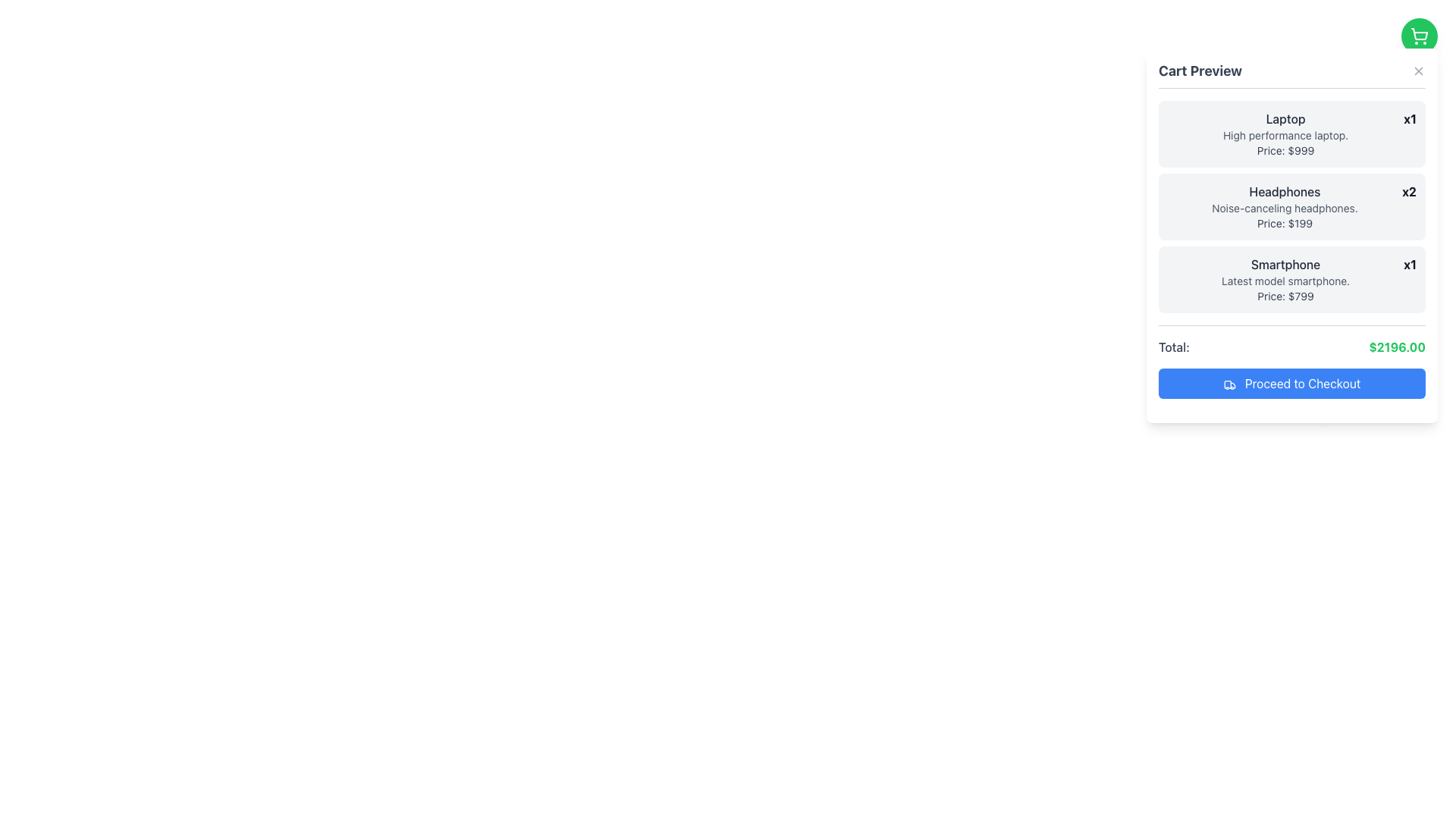 This screenshot has height=819, width=1456. What do you see at coordinates (1418, 71) in the screenshot?
I see `the small 'X' shaped button located at the top-right corner of the 'Cart Preview' section` at bounding box center [1418, 71].